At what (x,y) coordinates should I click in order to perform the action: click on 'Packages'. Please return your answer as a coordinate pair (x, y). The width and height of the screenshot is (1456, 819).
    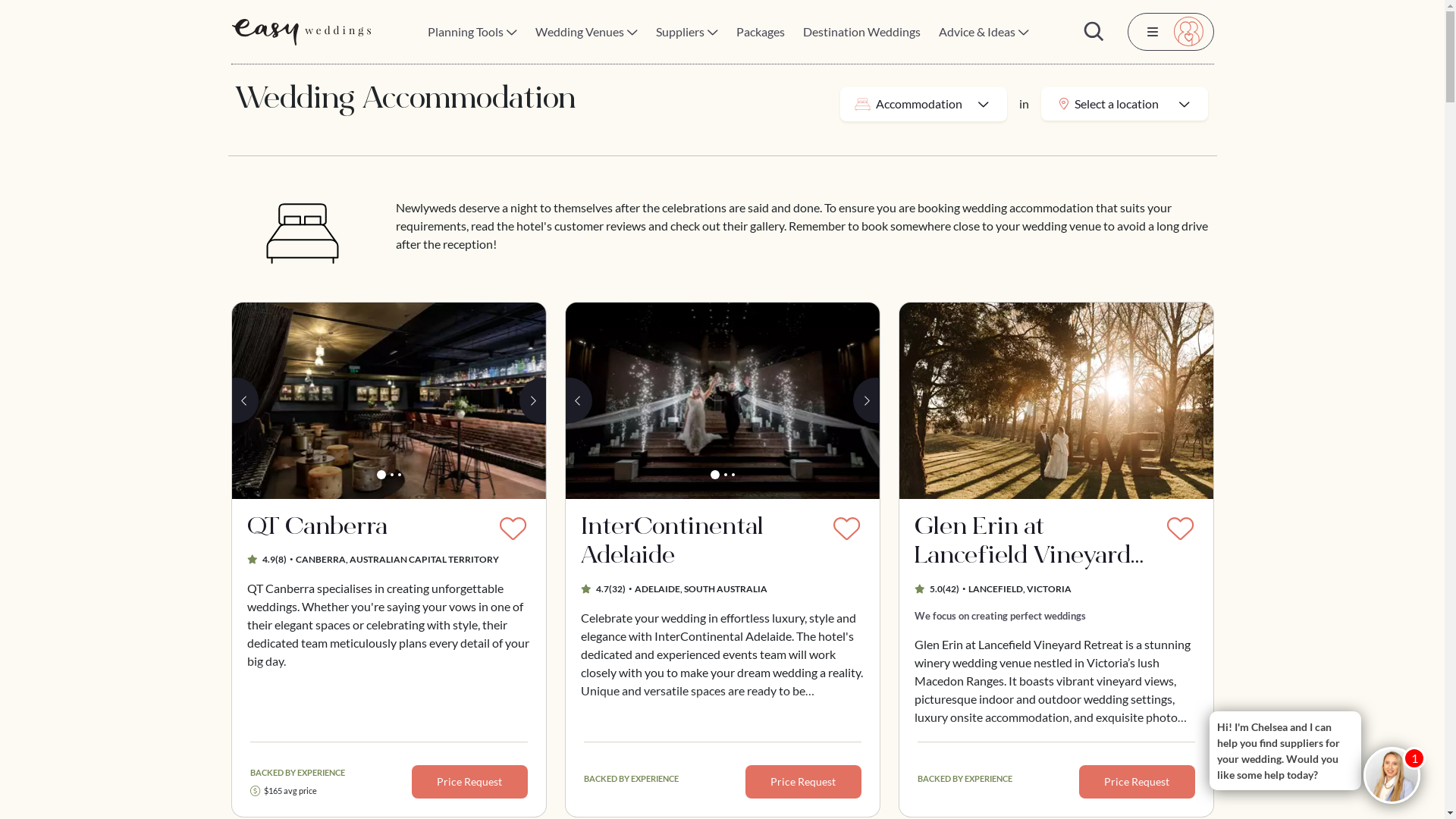
    Looking at the image, I should click on (761, 32).